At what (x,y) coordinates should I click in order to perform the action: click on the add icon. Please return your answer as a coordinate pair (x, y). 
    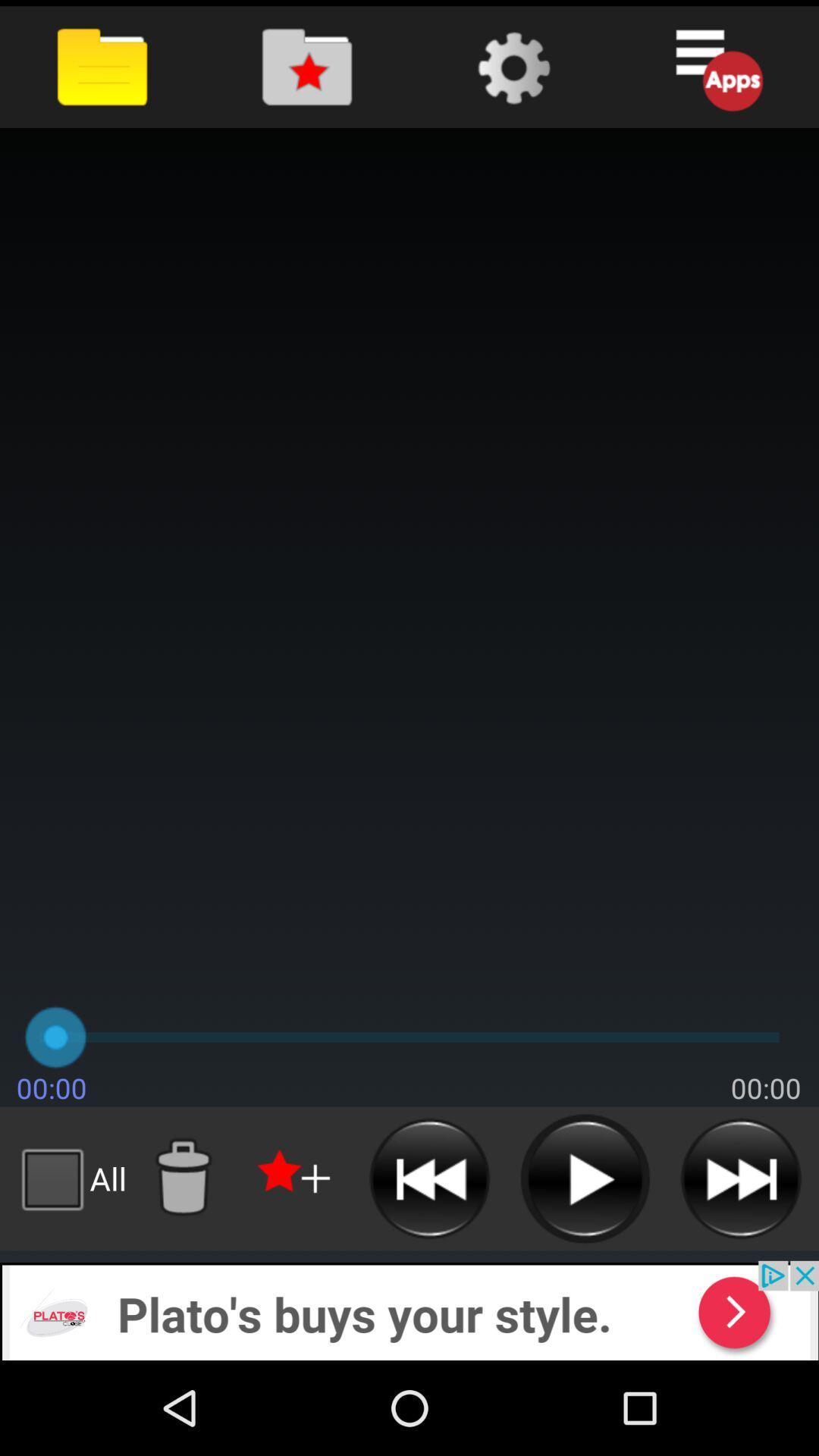
    Looking at the image, I should click on (295, 1261).